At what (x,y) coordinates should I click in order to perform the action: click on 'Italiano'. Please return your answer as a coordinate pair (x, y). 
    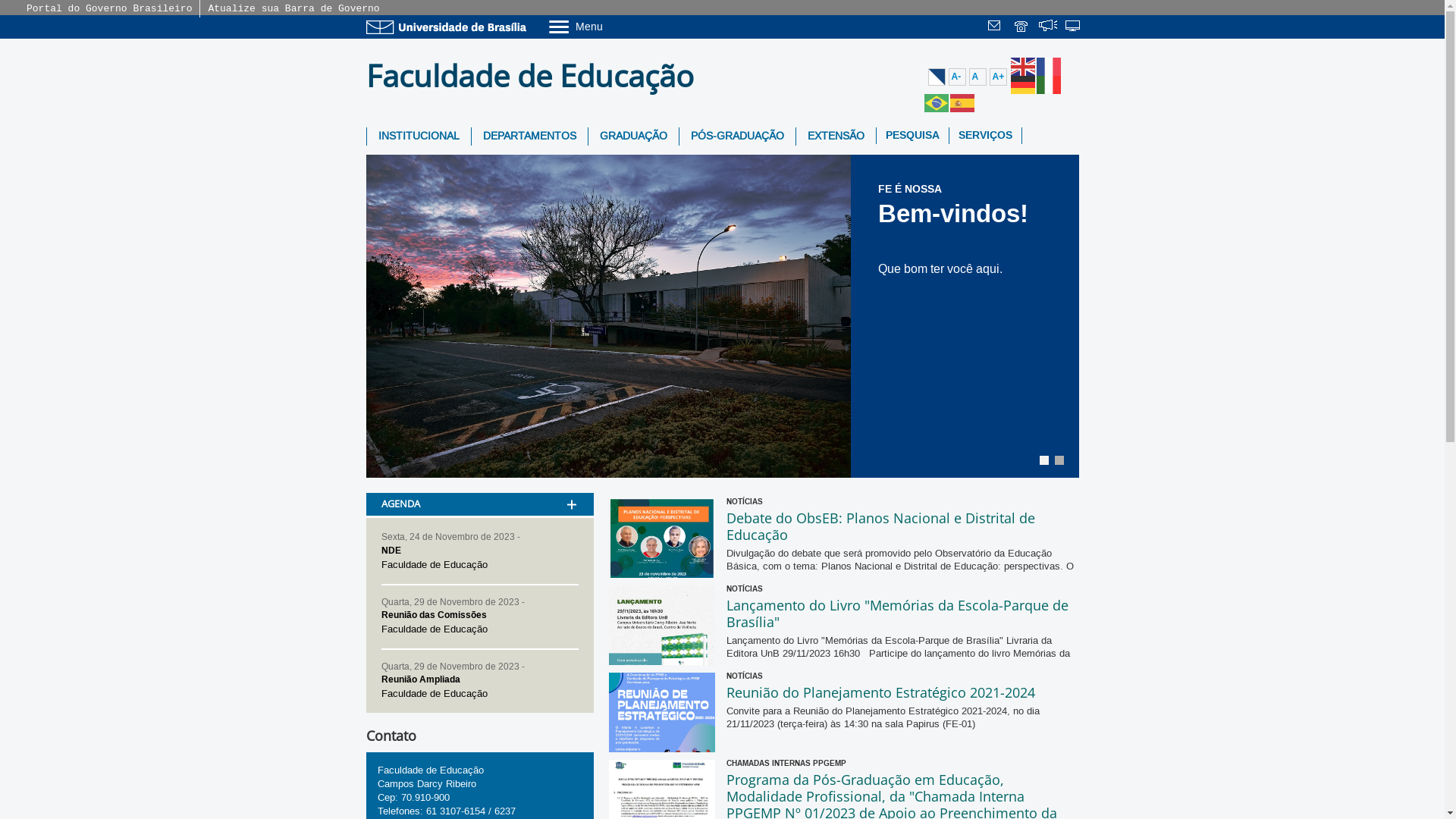
    Looking at the image, I should click on (1035, 84).